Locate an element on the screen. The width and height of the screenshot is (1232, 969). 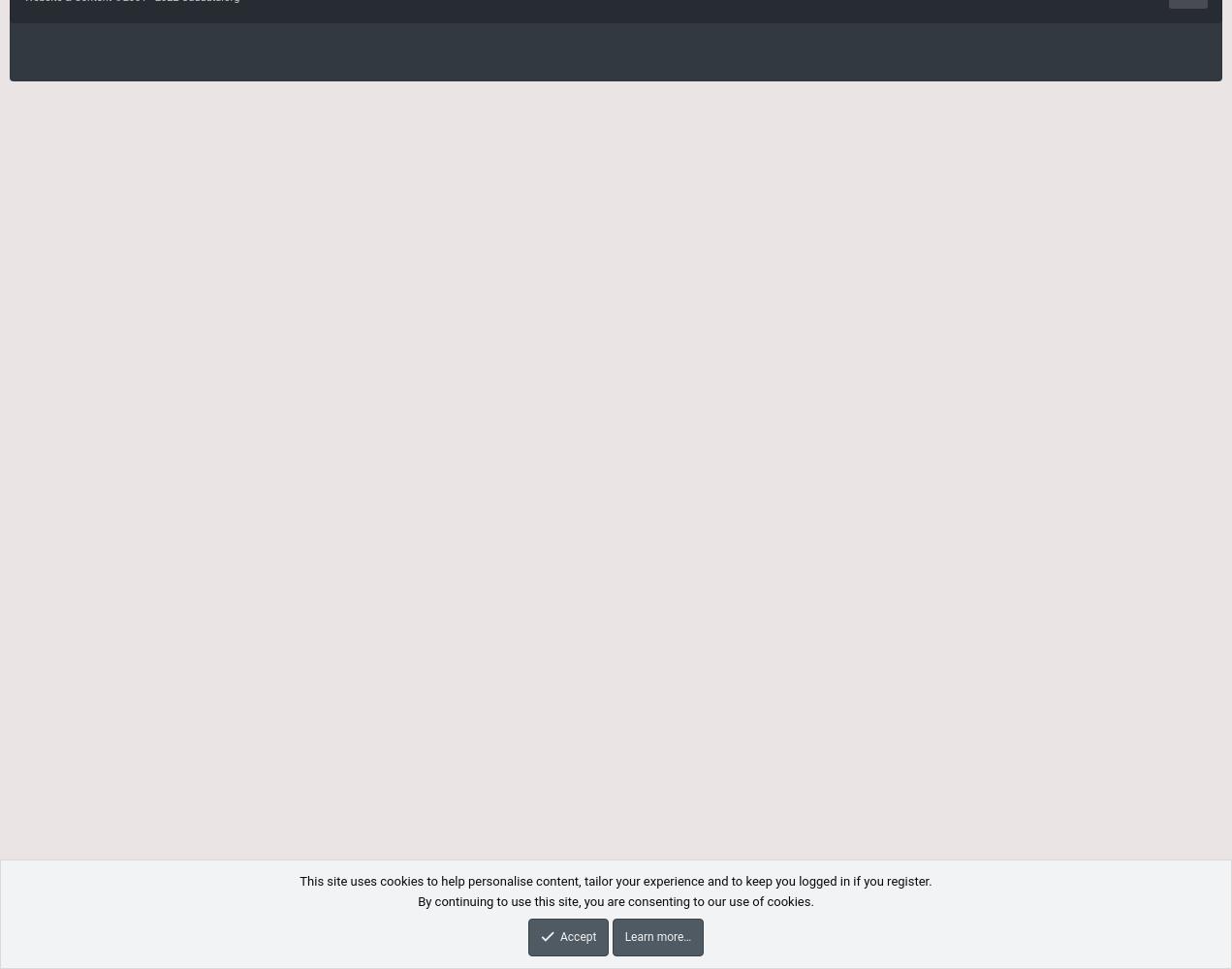
'Learn more…' is located at coordinates (657, 935).